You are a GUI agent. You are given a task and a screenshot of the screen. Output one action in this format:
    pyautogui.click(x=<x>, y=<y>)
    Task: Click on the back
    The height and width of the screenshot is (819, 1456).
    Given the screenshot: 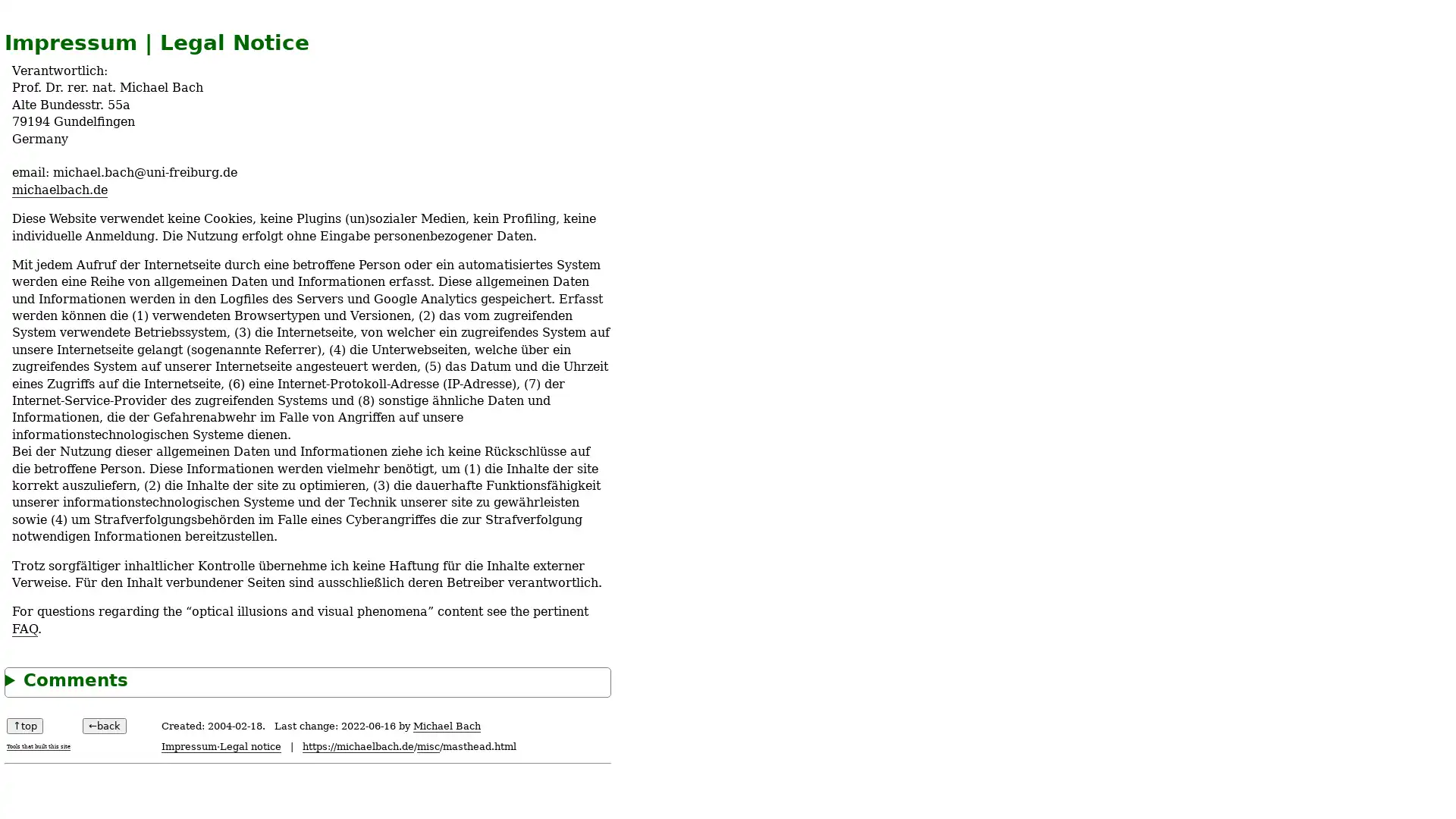 What is the action you would take?
    pyautogui.click(x=104, y=725)
    